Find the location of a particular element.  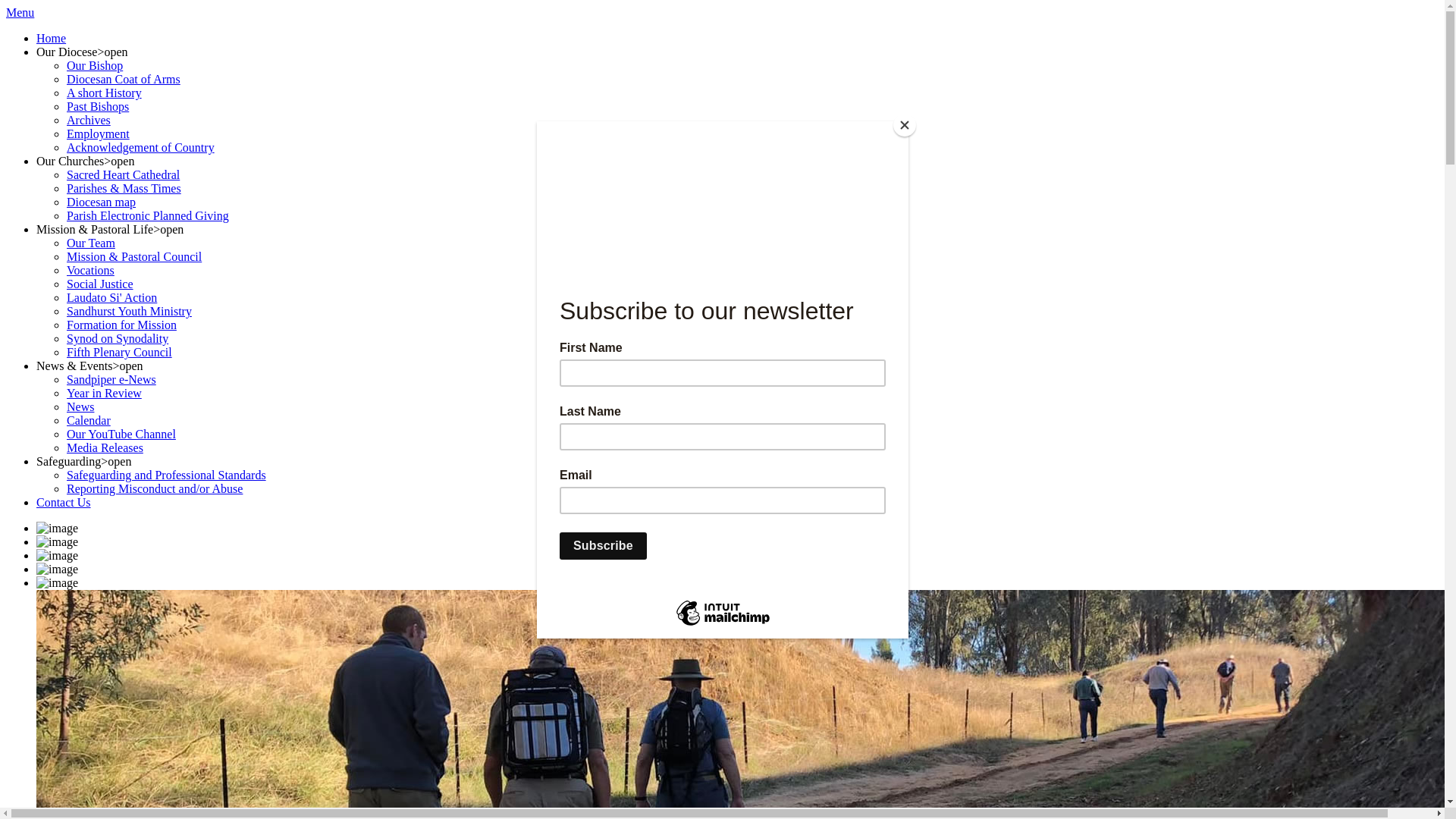

'Sacred Heart Cathedral' is located at coordinates (123, 174).